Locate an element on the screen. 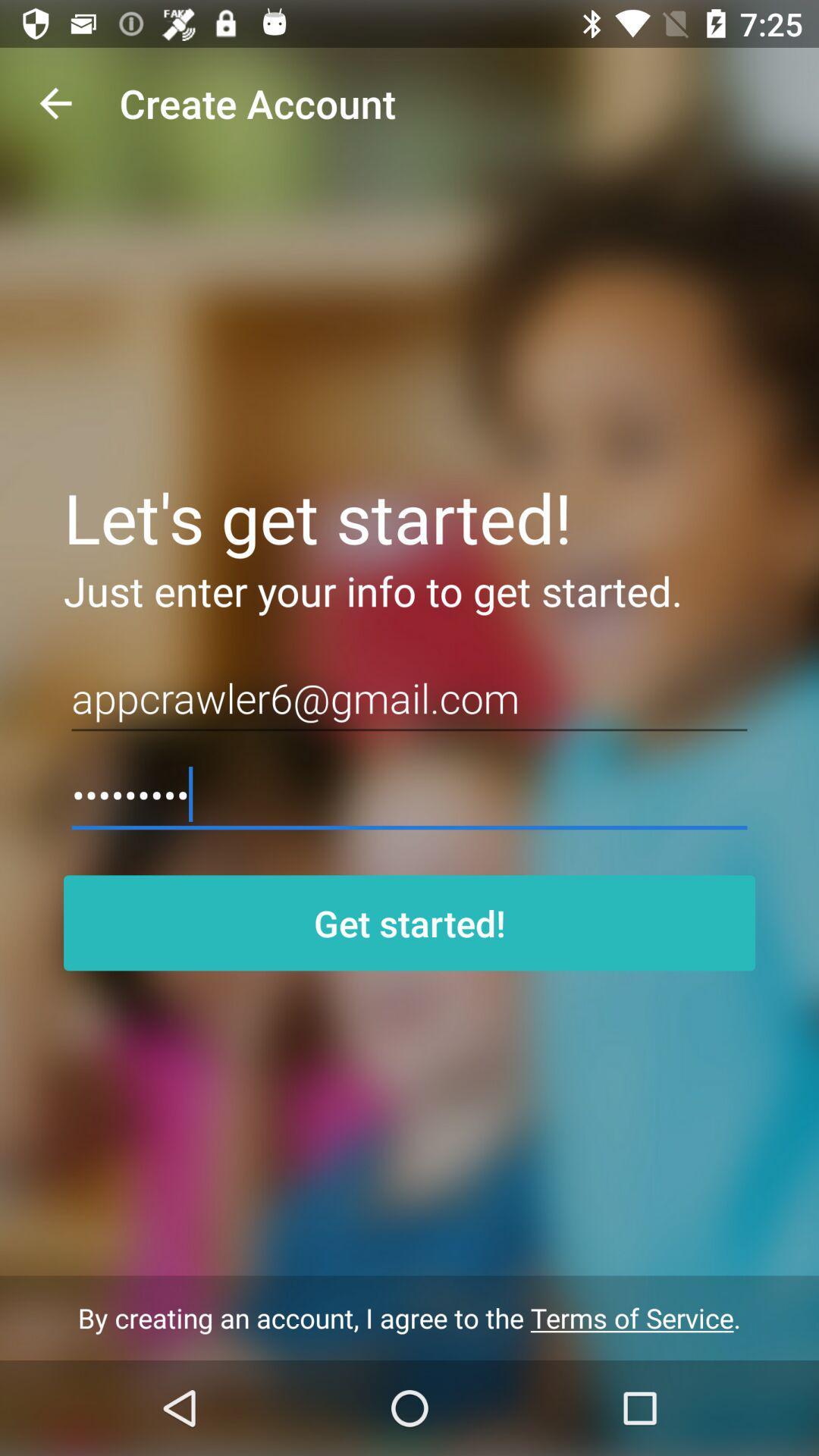 Image resolution: width=819 pixels, height=1456 pixels. icon next to the create account icon is located at coordinates (55, 102).